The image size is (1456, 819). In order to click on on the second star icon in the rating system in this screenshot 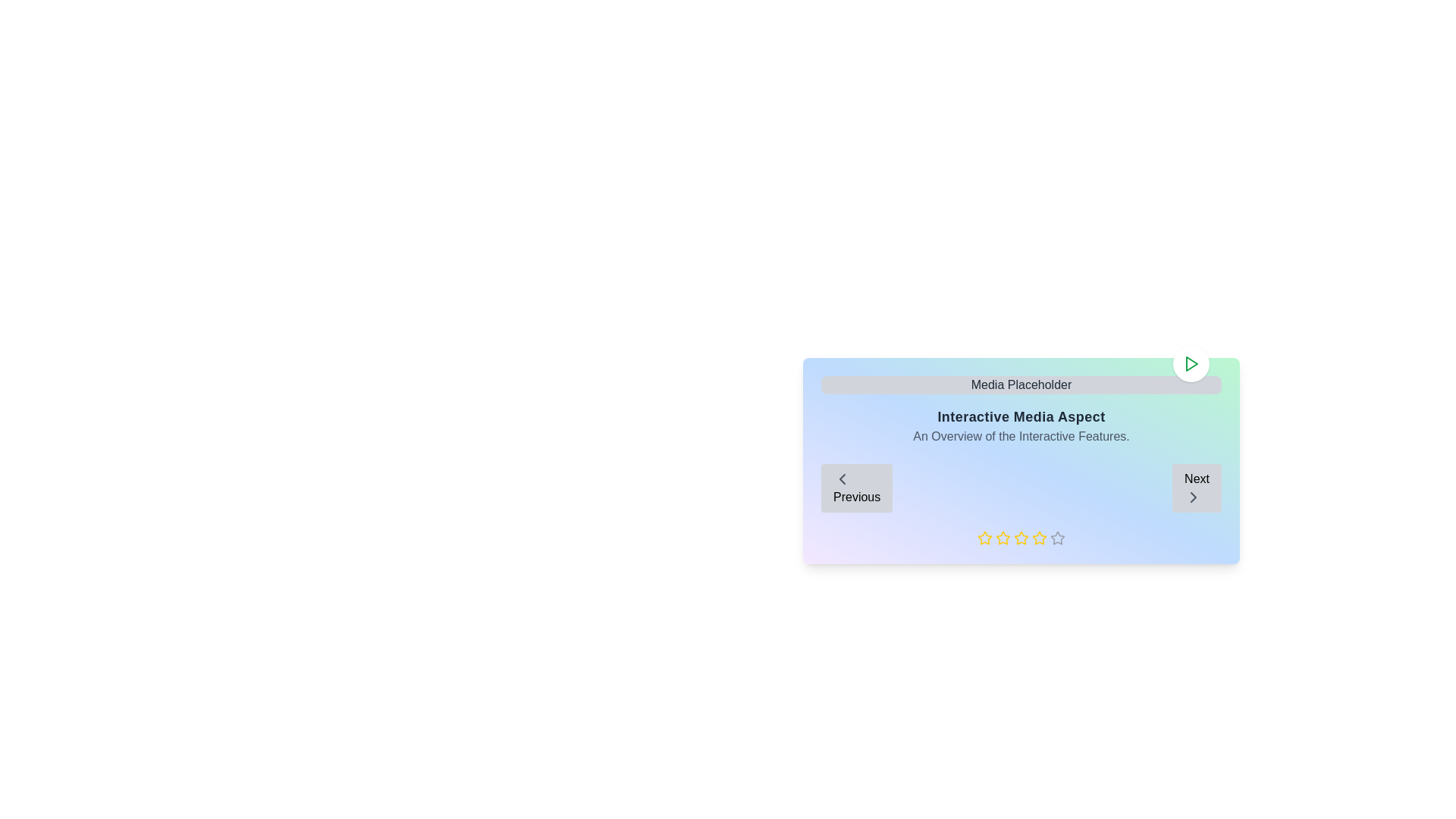, I will do `click(1002, 537)`.